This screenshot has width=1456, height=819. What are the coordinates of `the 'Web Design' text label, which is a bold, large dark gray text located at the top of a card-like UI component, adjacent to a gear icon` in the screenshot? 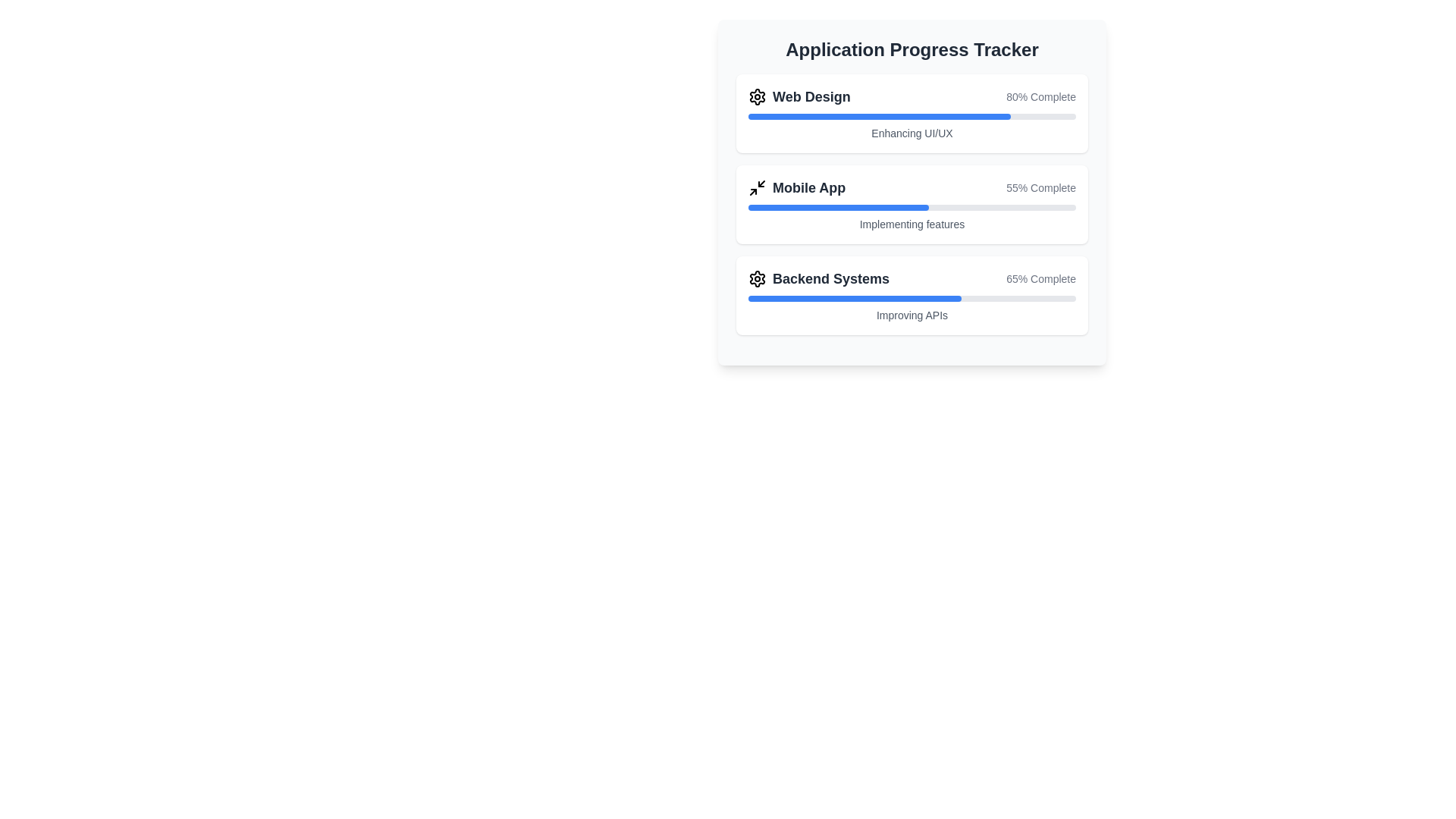 It's located at (811, 96).